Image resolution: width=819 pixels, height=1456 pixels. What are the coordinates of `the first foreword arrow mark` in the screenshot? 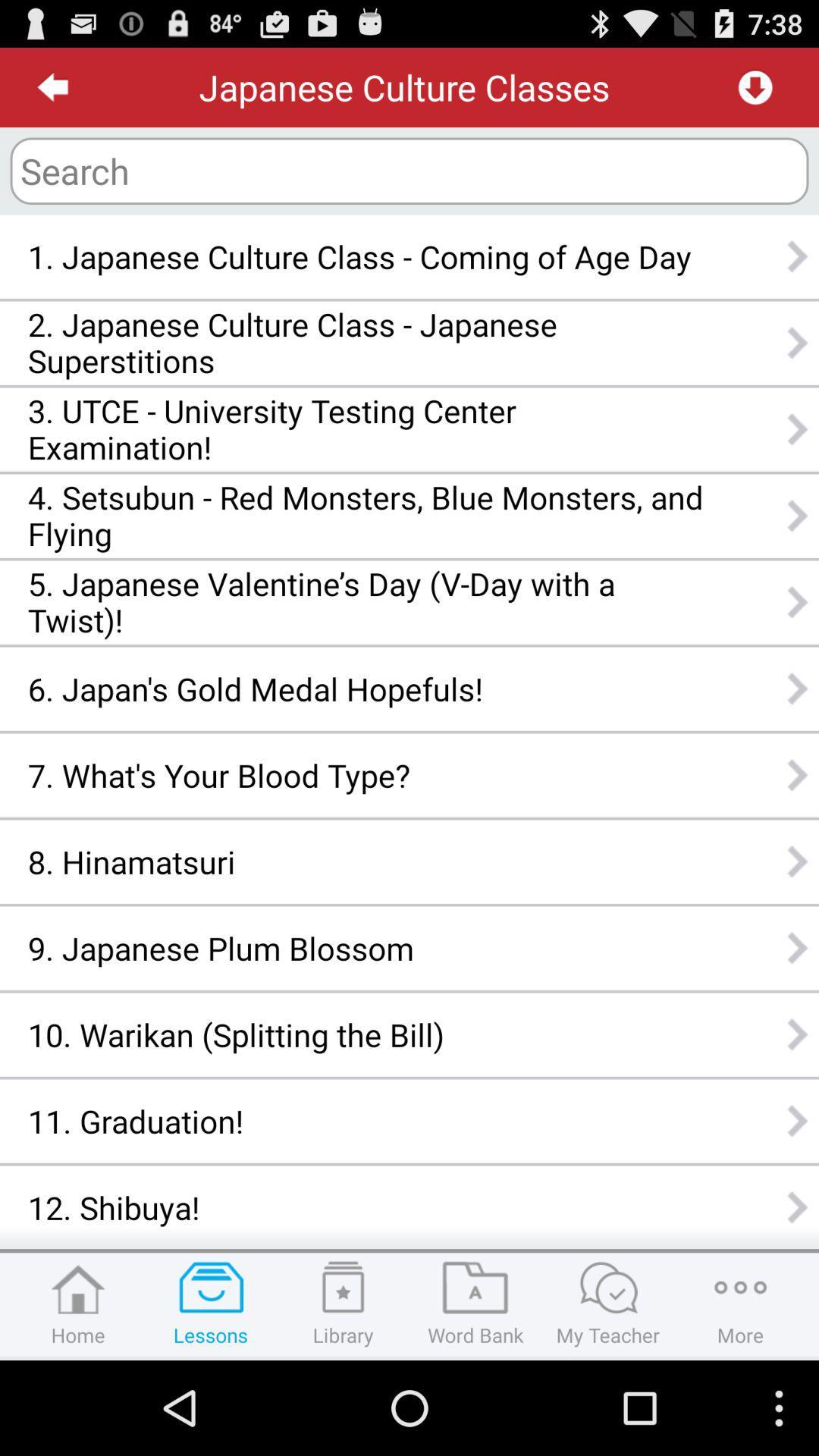 It's located at (798, 256).